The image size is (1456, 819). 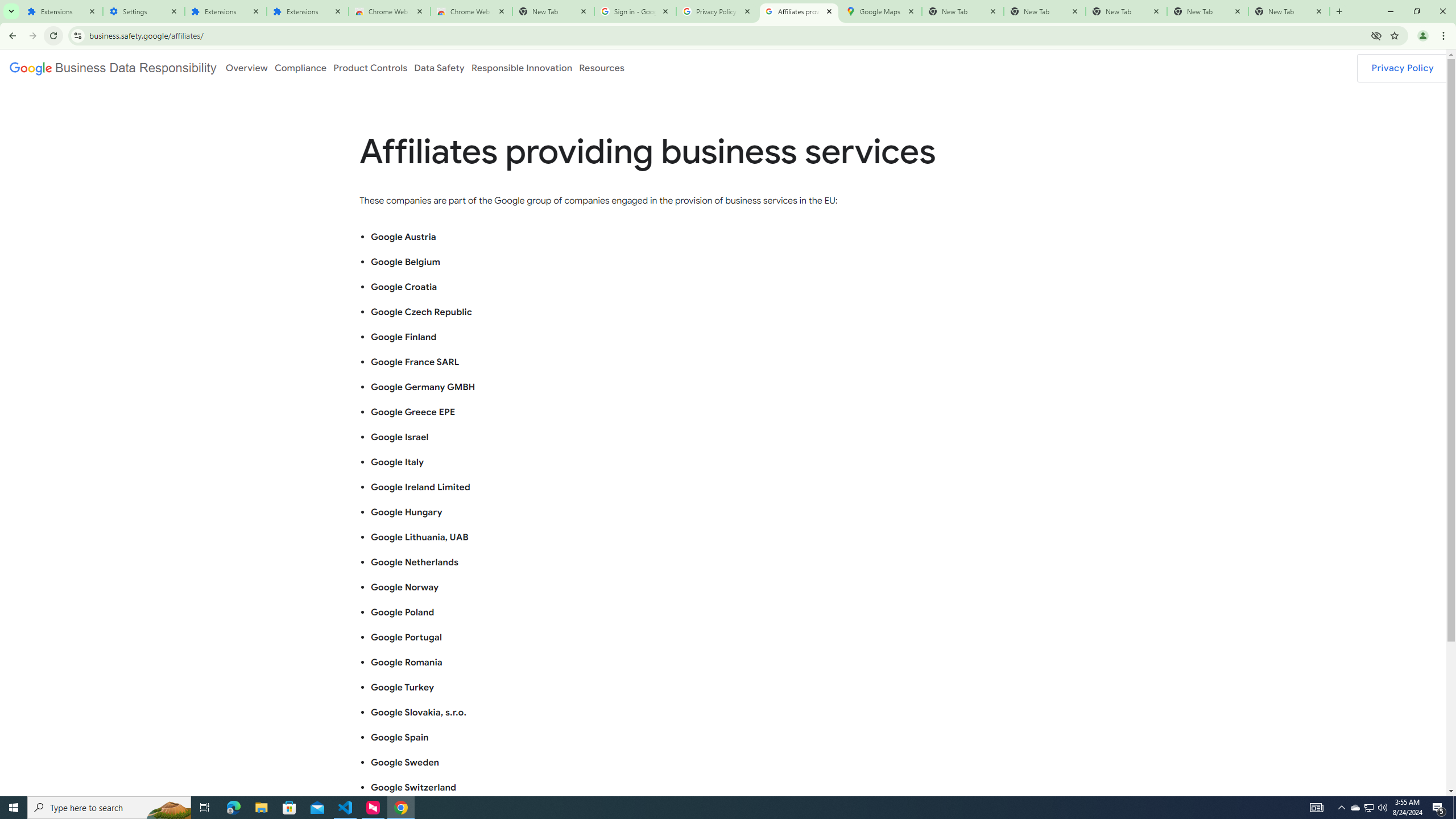 What do you see at coordinates (61, 11) in the screenshot?
I see `'Extensions'` at bounding box center [61, 11].